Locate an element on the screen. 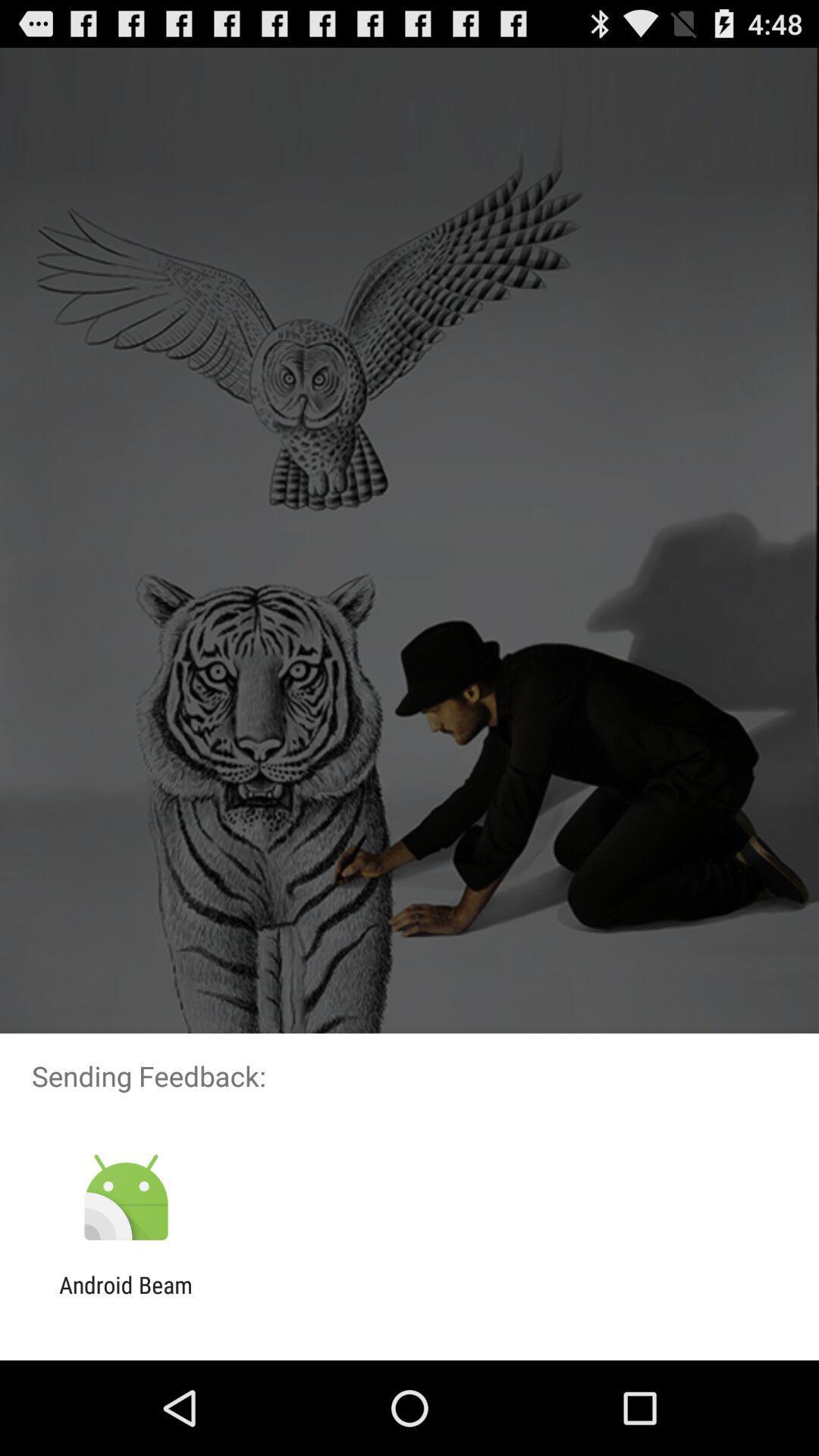  android beam item is located at coordinates (125, 1298).